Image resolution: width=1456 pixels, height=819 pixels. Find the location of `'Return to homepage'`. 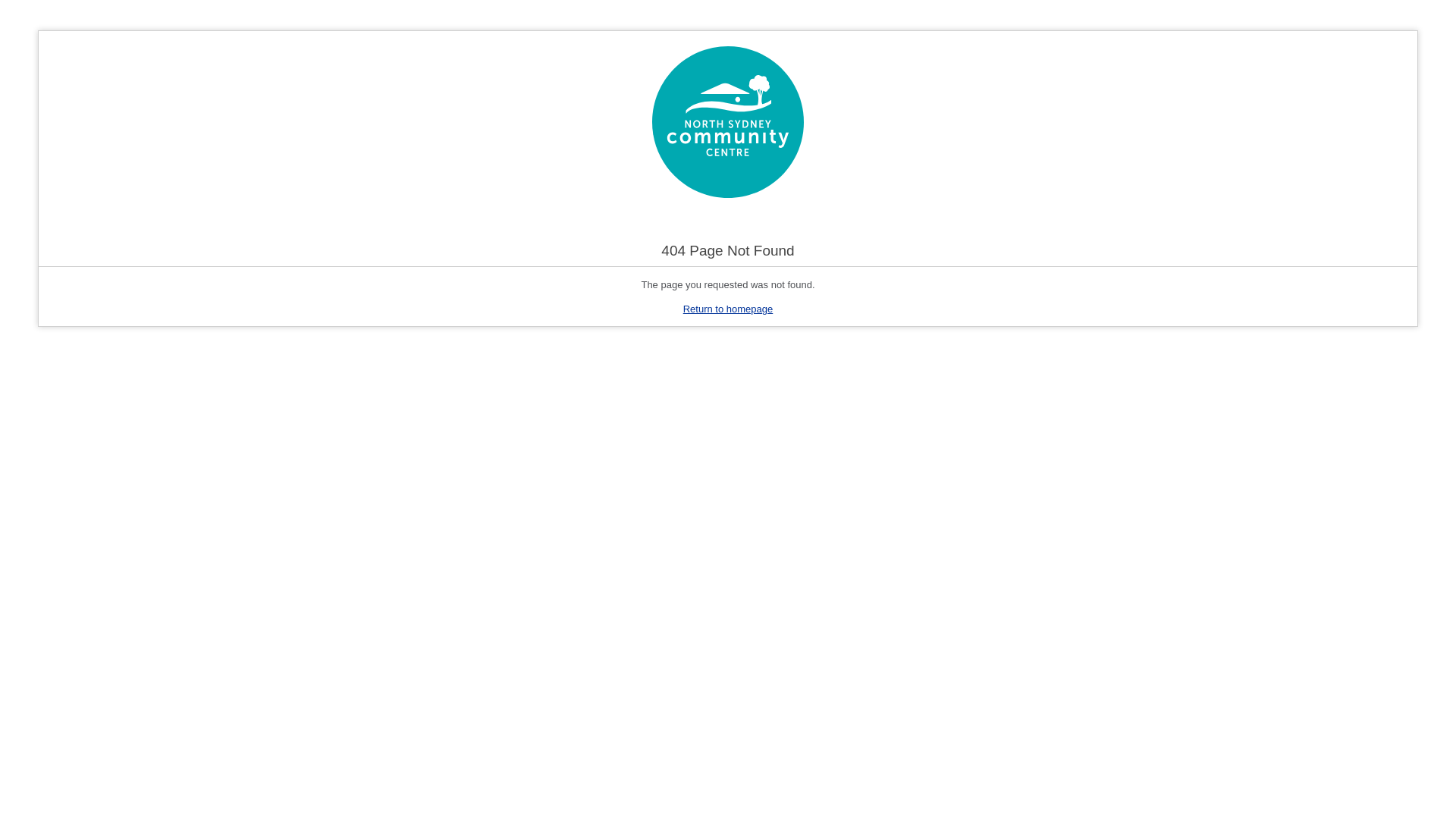

'Return to homepage' is located at coordinates (728, 308).